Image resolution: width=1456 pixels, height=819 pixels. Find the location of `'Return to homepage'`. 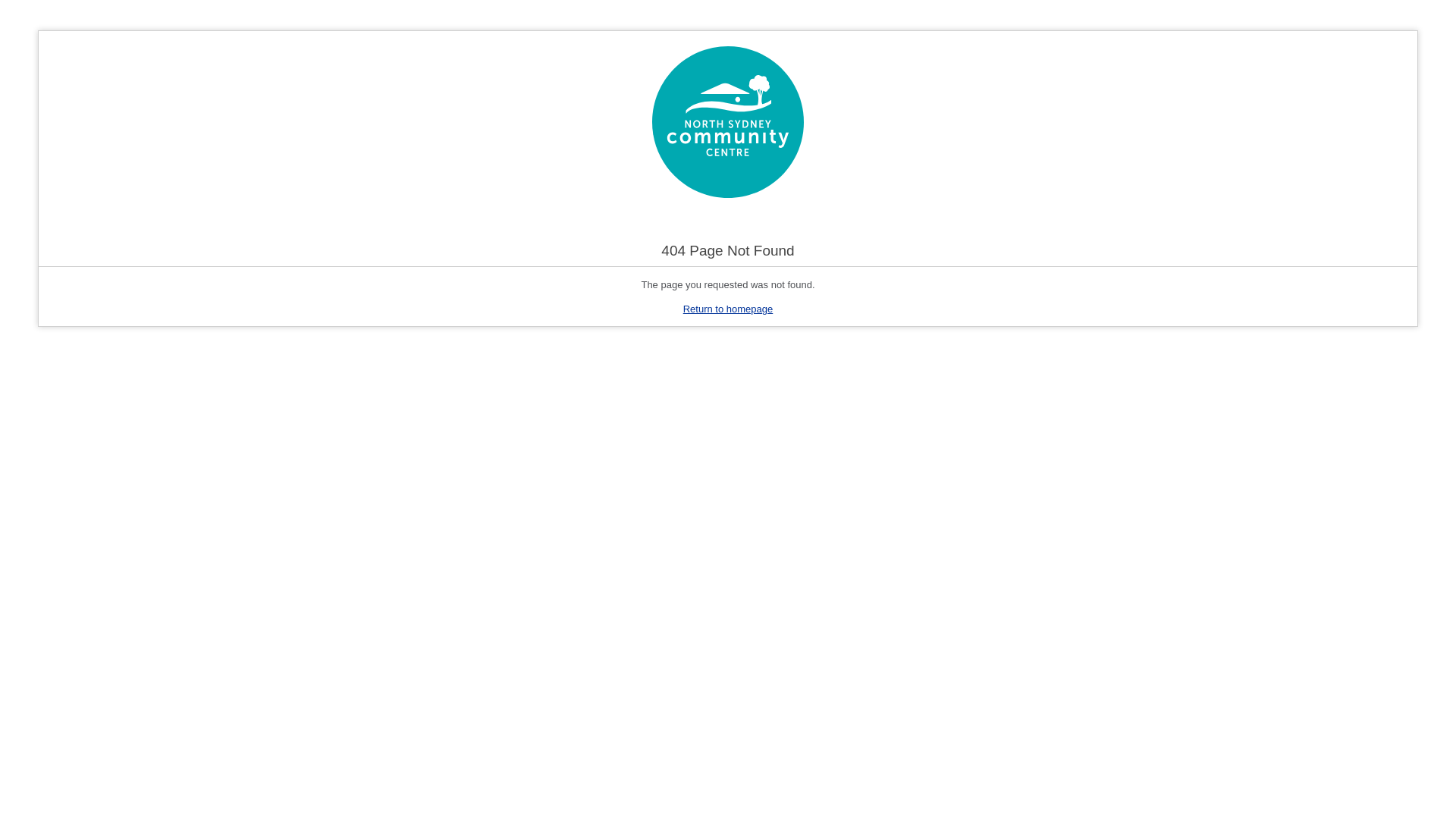

'Return to homepage' is located at coordinates (728, 308).